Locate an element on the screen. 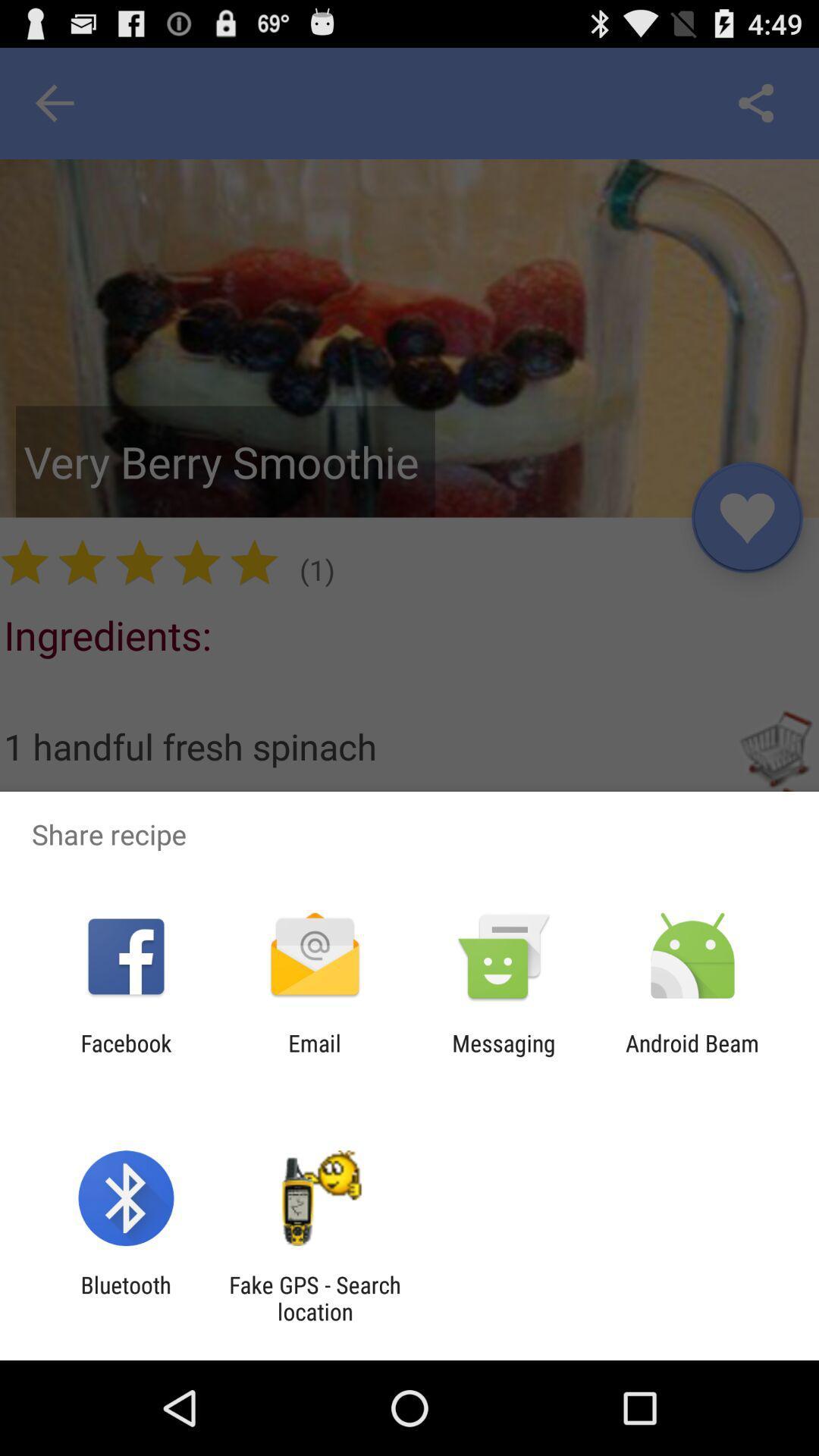 This screenshot has width=819, height=1456. the app next to the messaging item is located at coordinates (314, 1056).